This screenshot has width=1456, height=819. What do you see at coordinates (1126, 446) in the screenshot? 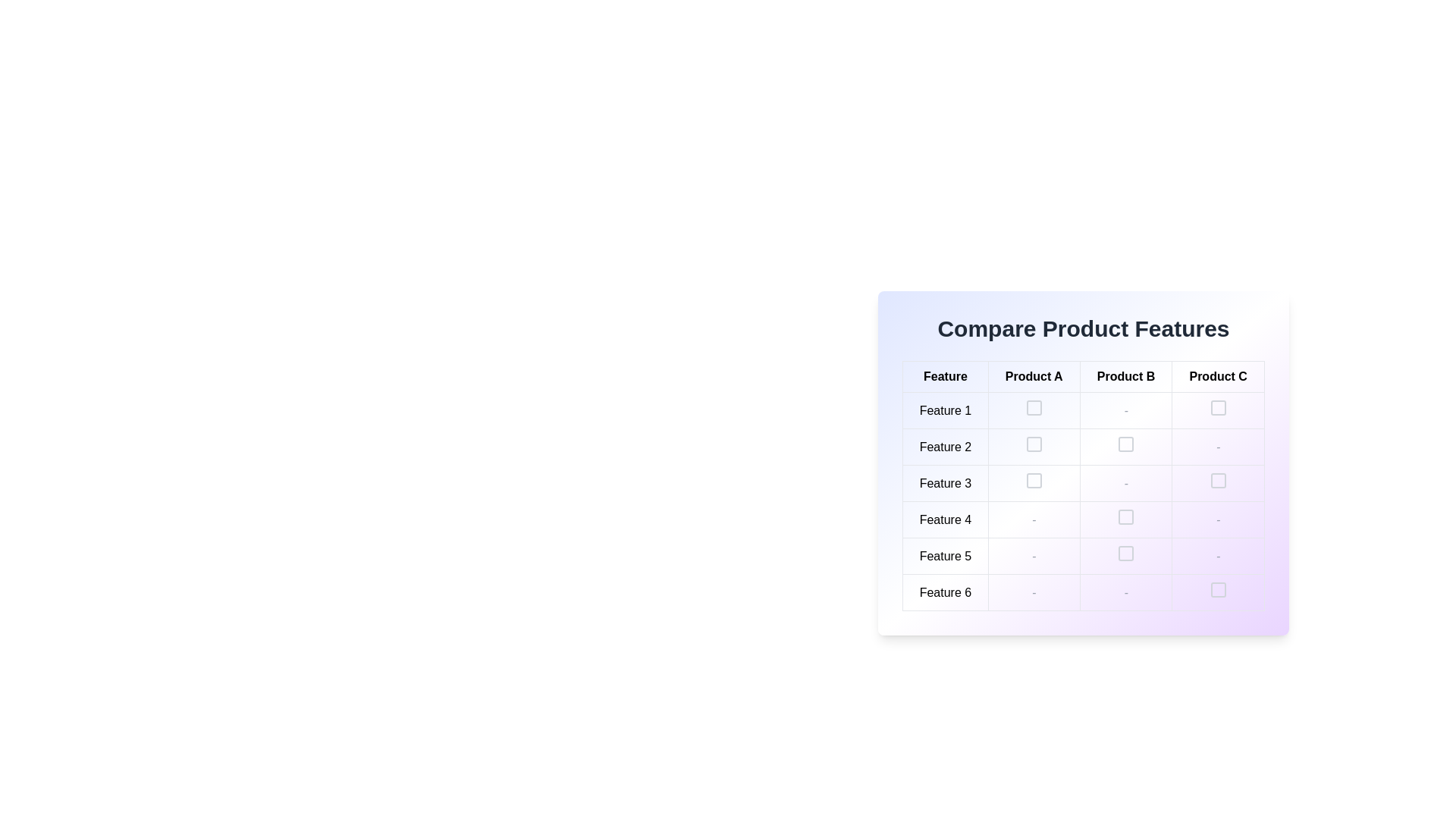
I see `the small, square box with a gray border located under the 'Product B' column in the 'Feature 2' row of the 'Compare Product Features' table` at bounding box center [1126, 446].